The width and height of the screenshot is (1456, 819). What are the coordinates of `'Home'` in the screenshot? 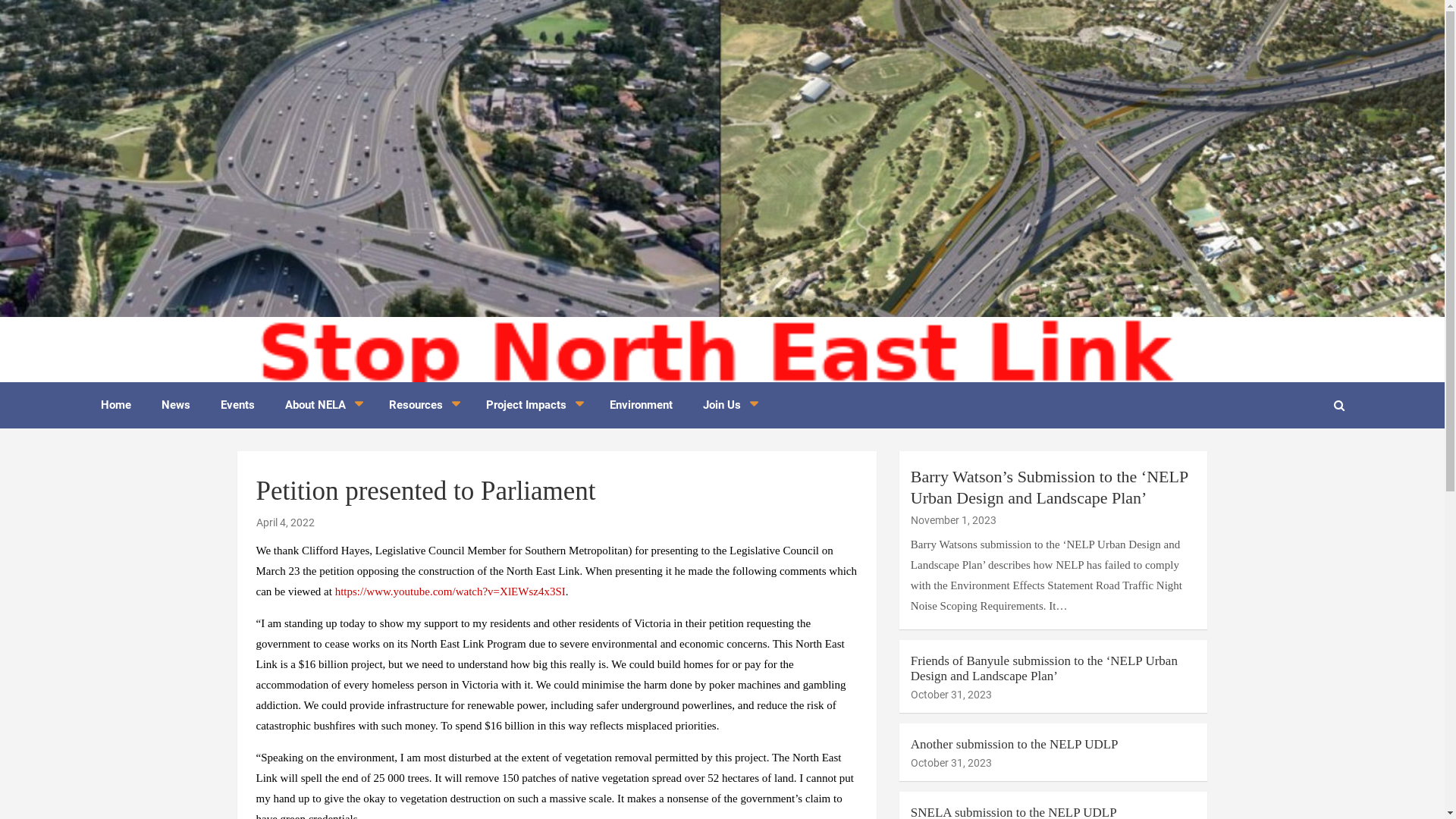 It's located at (83, 404).